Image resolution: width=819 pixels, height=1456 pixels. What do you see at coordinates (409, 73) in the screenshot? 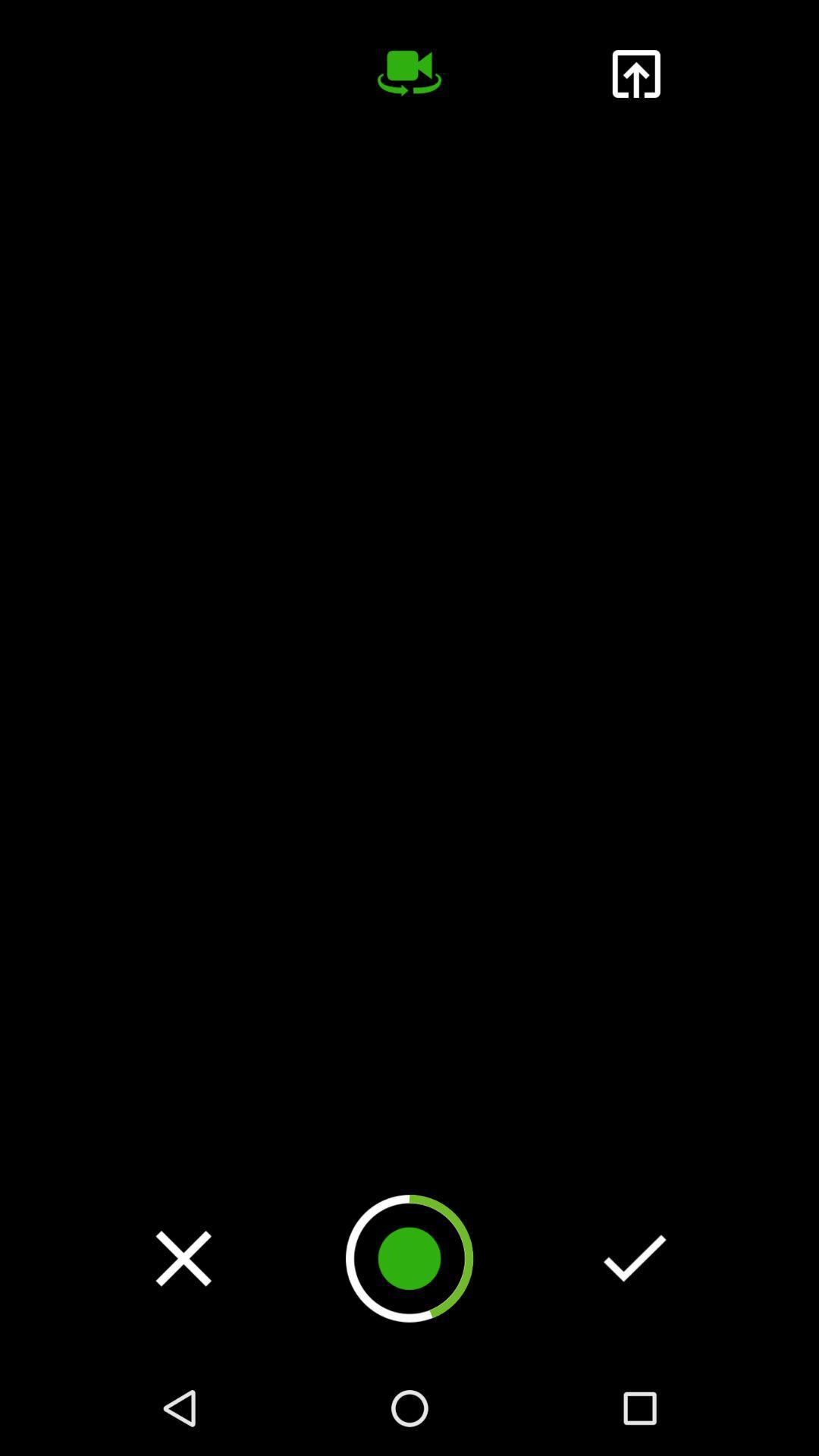
I see `record video` at bounding box center [409, 73].